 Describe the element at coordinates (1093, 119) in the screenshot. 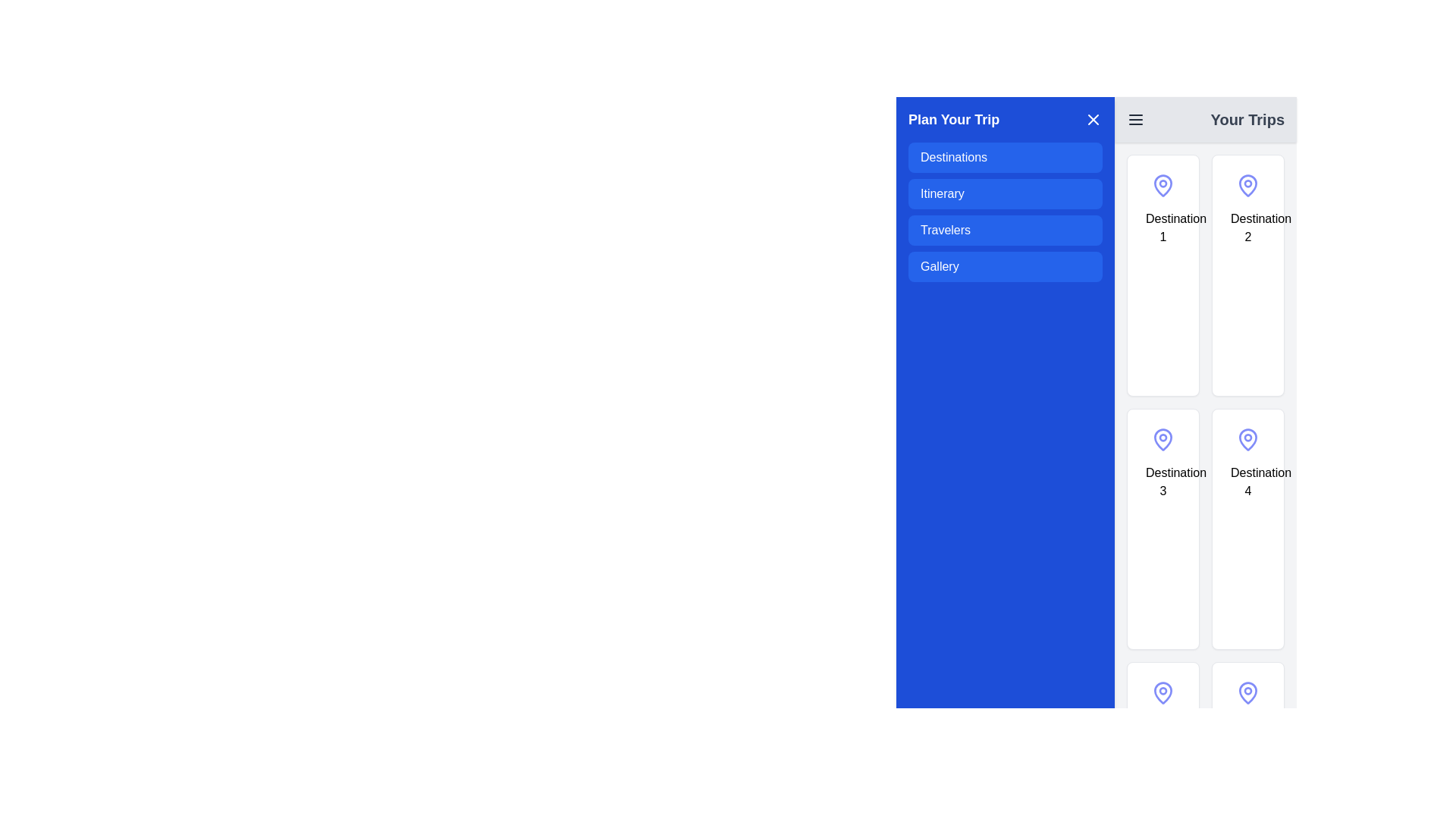

I see `the close button in the upper right corner of the 'Plan Your Trip' section` at that location.